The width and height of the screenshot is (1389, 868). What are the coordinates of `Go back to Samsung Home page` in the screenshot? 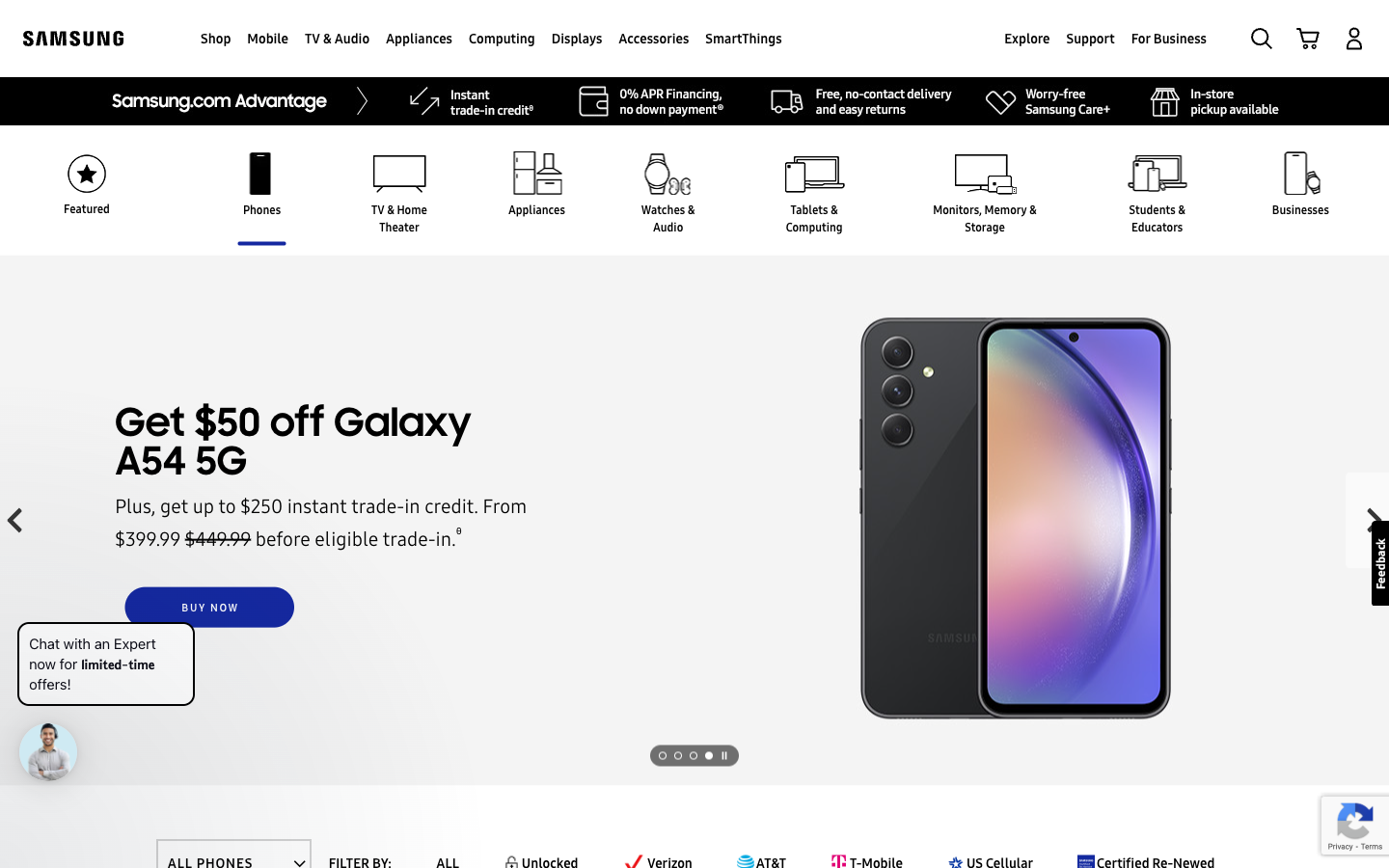 It's located at (73, 37).